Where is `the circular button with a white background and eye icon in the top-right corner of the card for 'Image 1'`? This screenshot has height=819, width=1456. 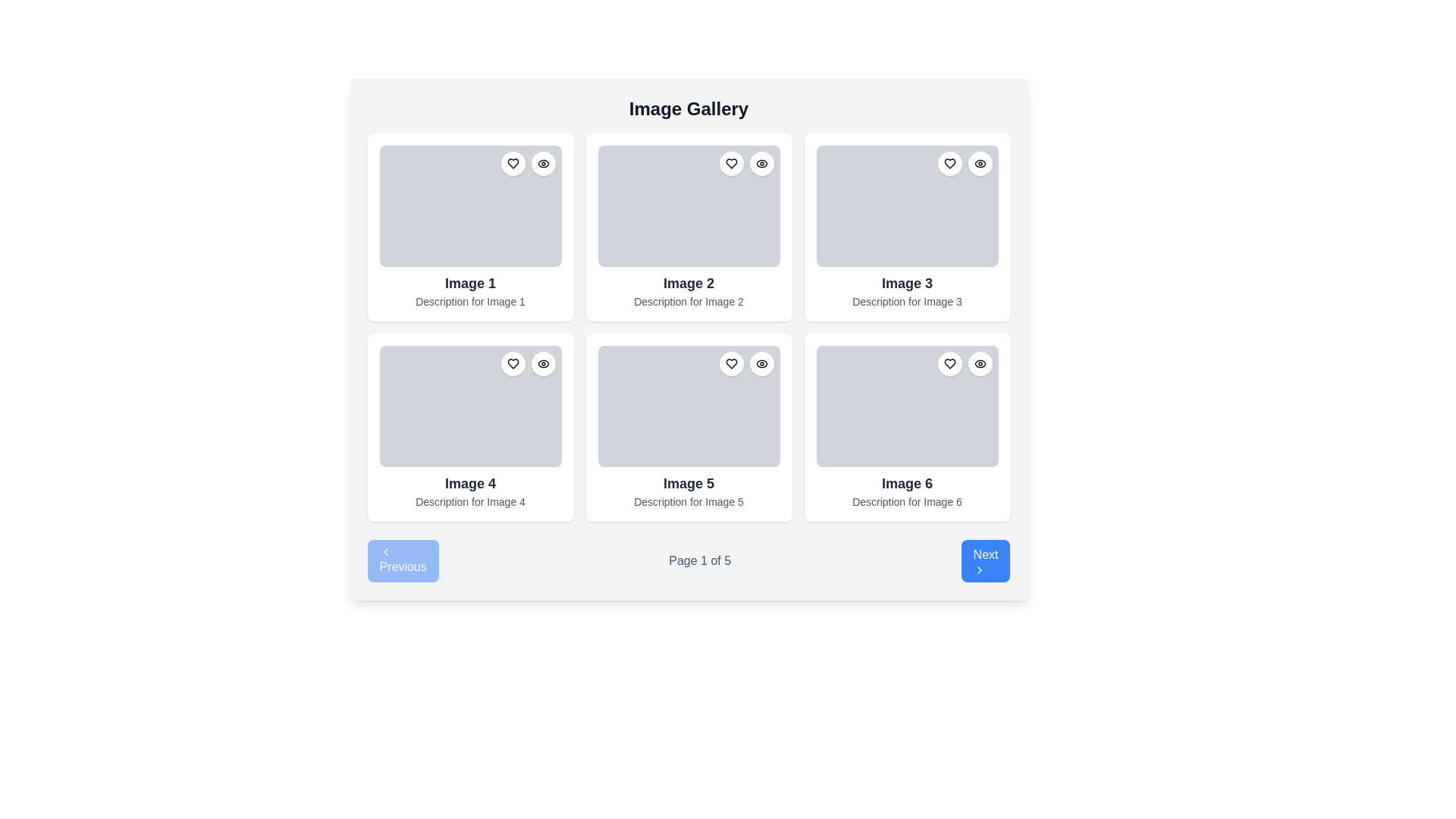 the circular button with a white background and eye icon in the top-right corner of the card for 'Image 1' is located at coordinates (543, 164).